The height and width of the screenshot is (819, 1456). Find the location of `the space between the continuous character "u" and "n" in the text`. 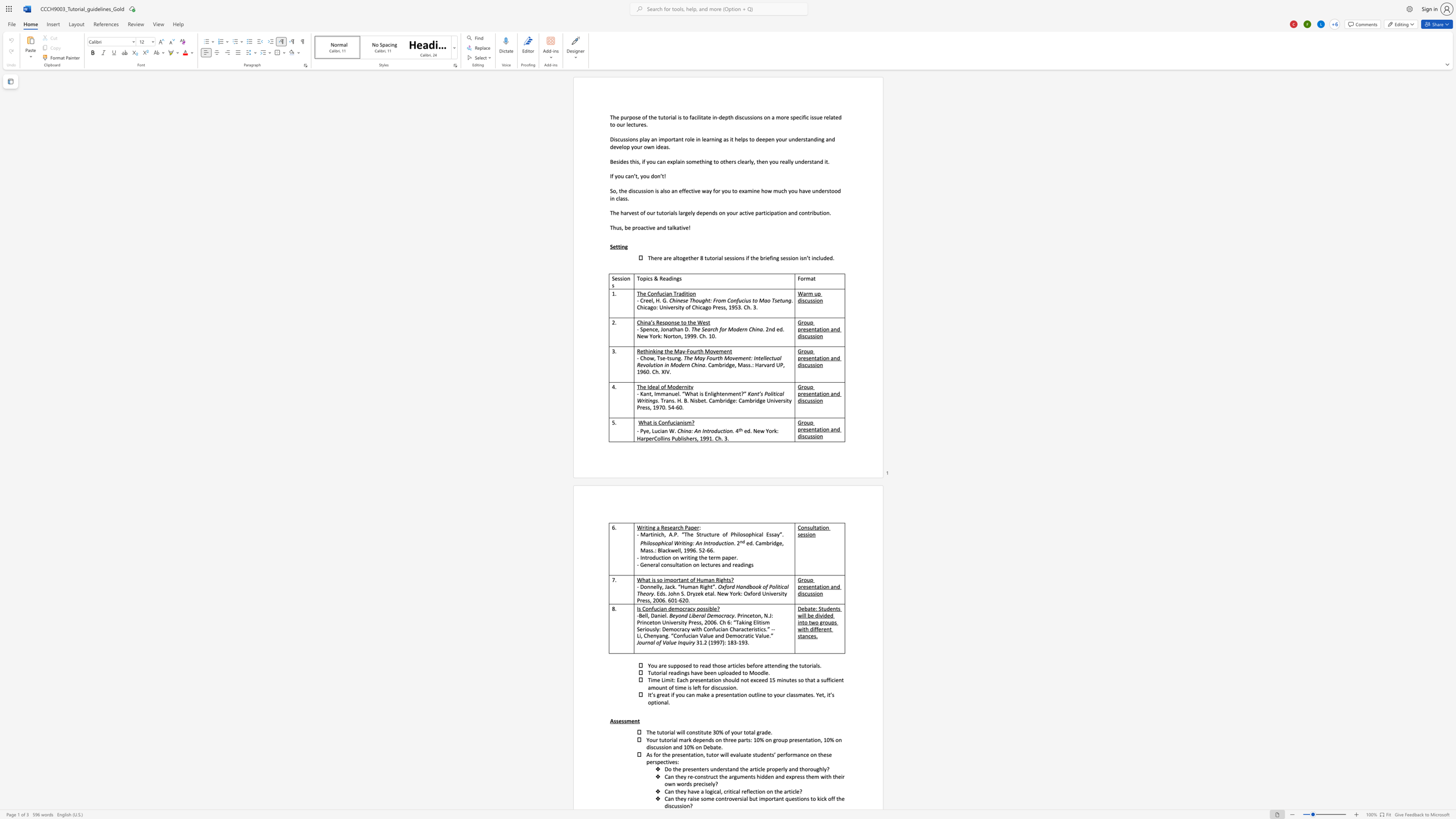

the space between the continuous character "u" and "n" in the text is located at coordinates (791, 138).